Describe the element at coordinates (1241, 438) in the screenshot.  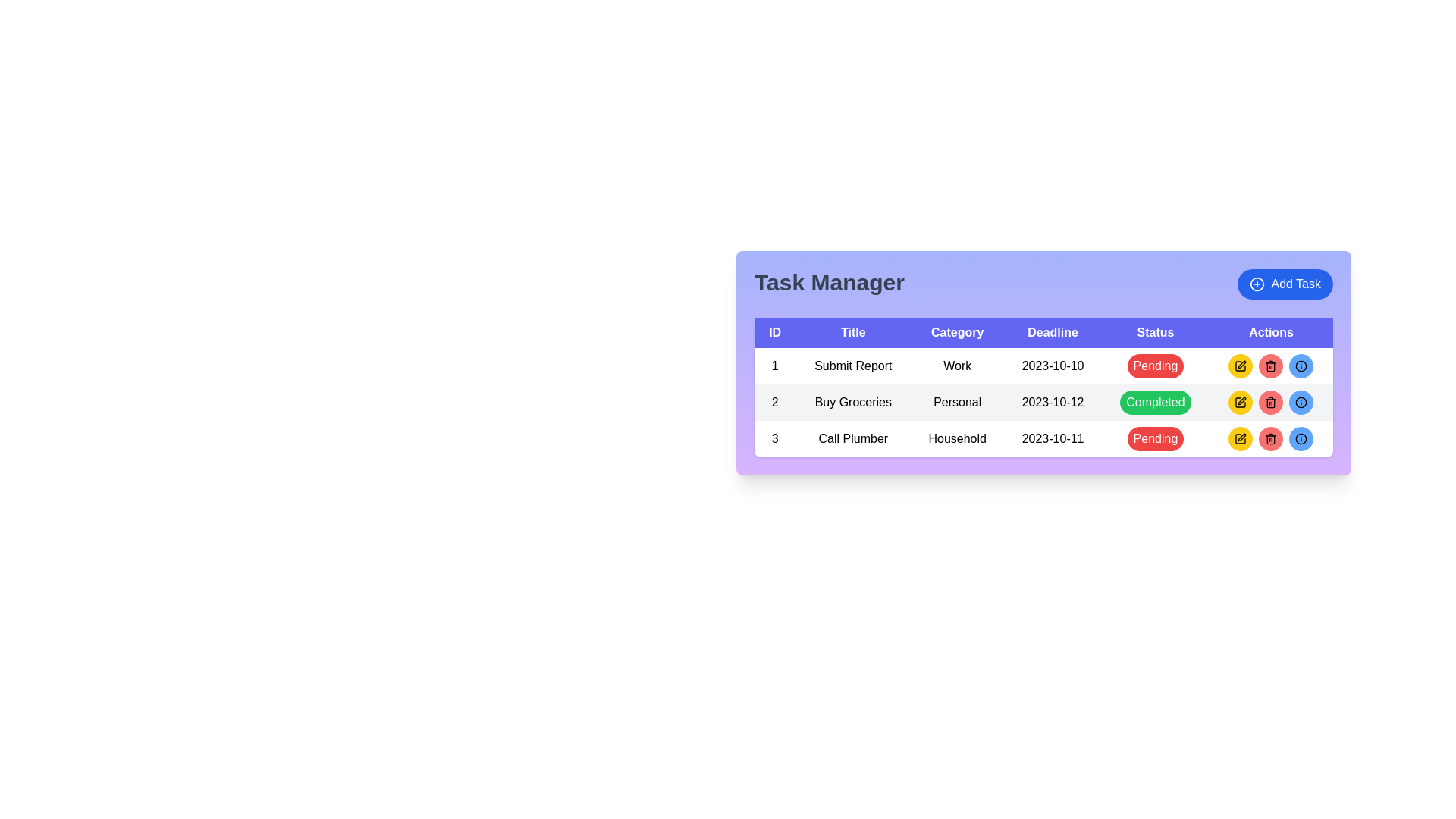
I see `the edit icon for the 'Call Plumber' task in the last row of the 'Task Manager' interface under the 'Actions' column` at that location.